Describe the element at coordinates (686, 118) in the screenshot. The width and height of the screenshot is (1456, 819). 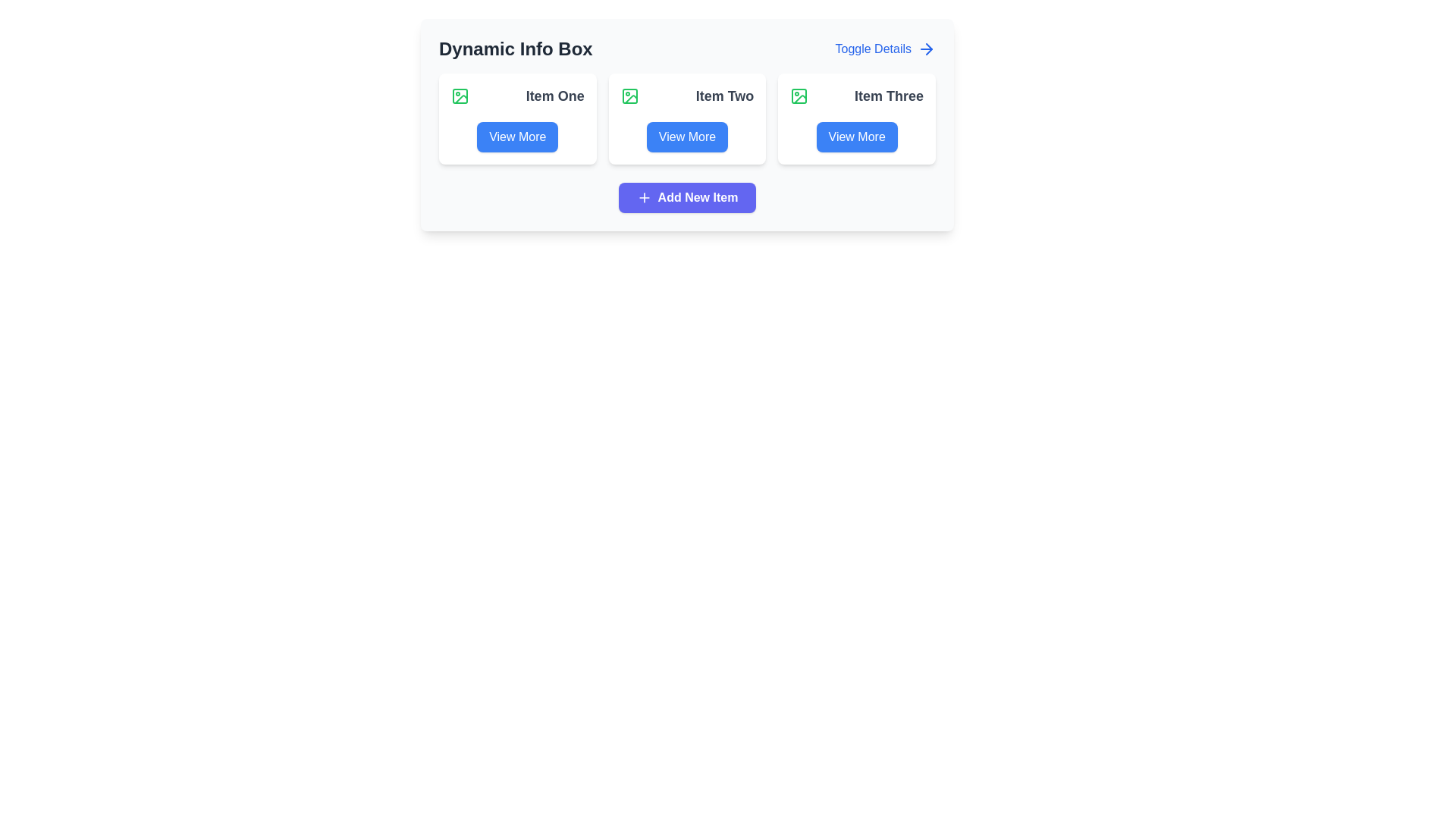
I see `the 'View More' button on the middle card of the three horizontally arranged cards in the 'Dynamic Info Box'` at that location.